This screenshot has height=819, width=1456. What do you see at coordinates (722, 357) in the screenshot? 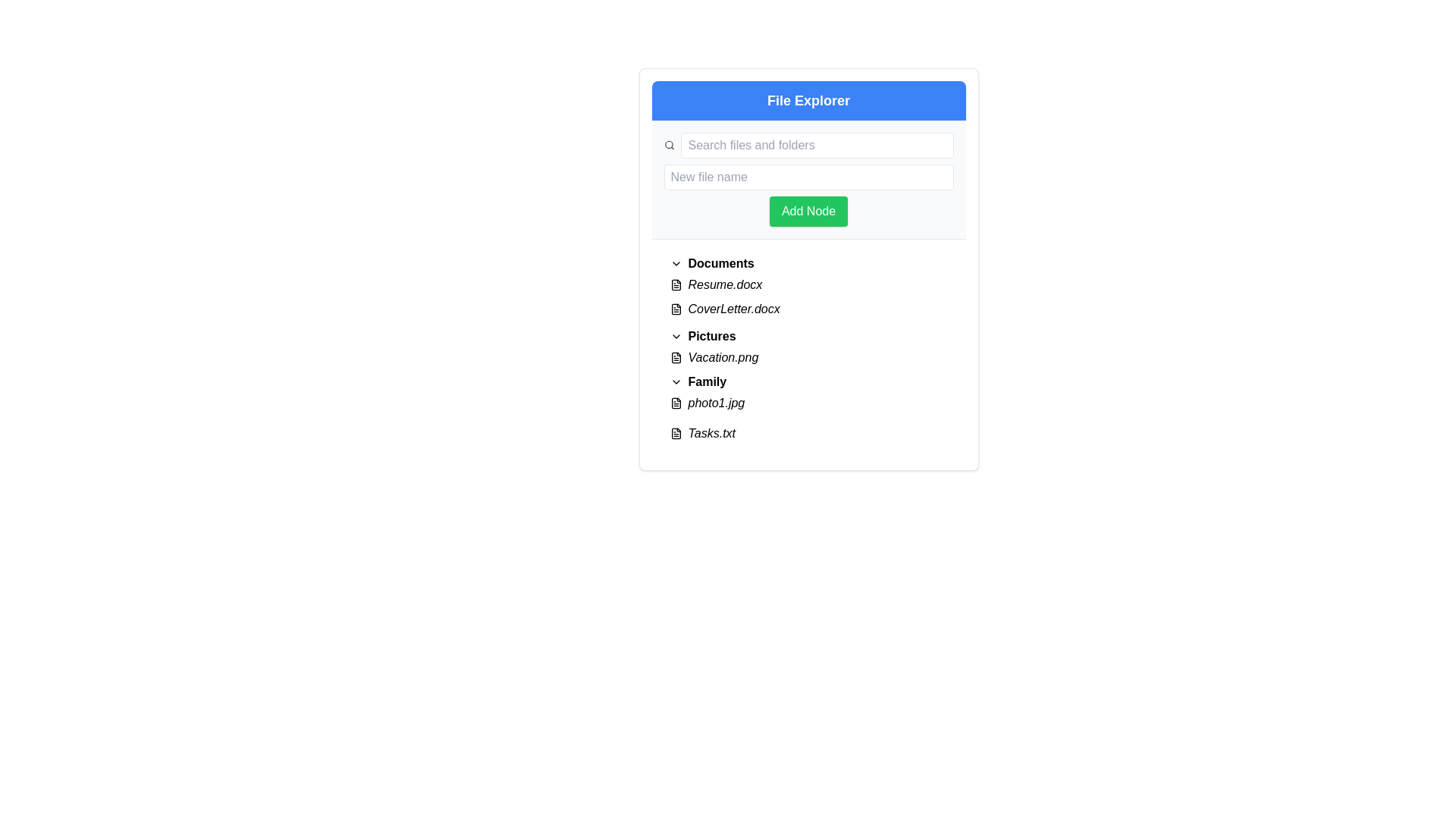
I see `the file named 'Vacation.png' located` at bounding box center [722, 357].